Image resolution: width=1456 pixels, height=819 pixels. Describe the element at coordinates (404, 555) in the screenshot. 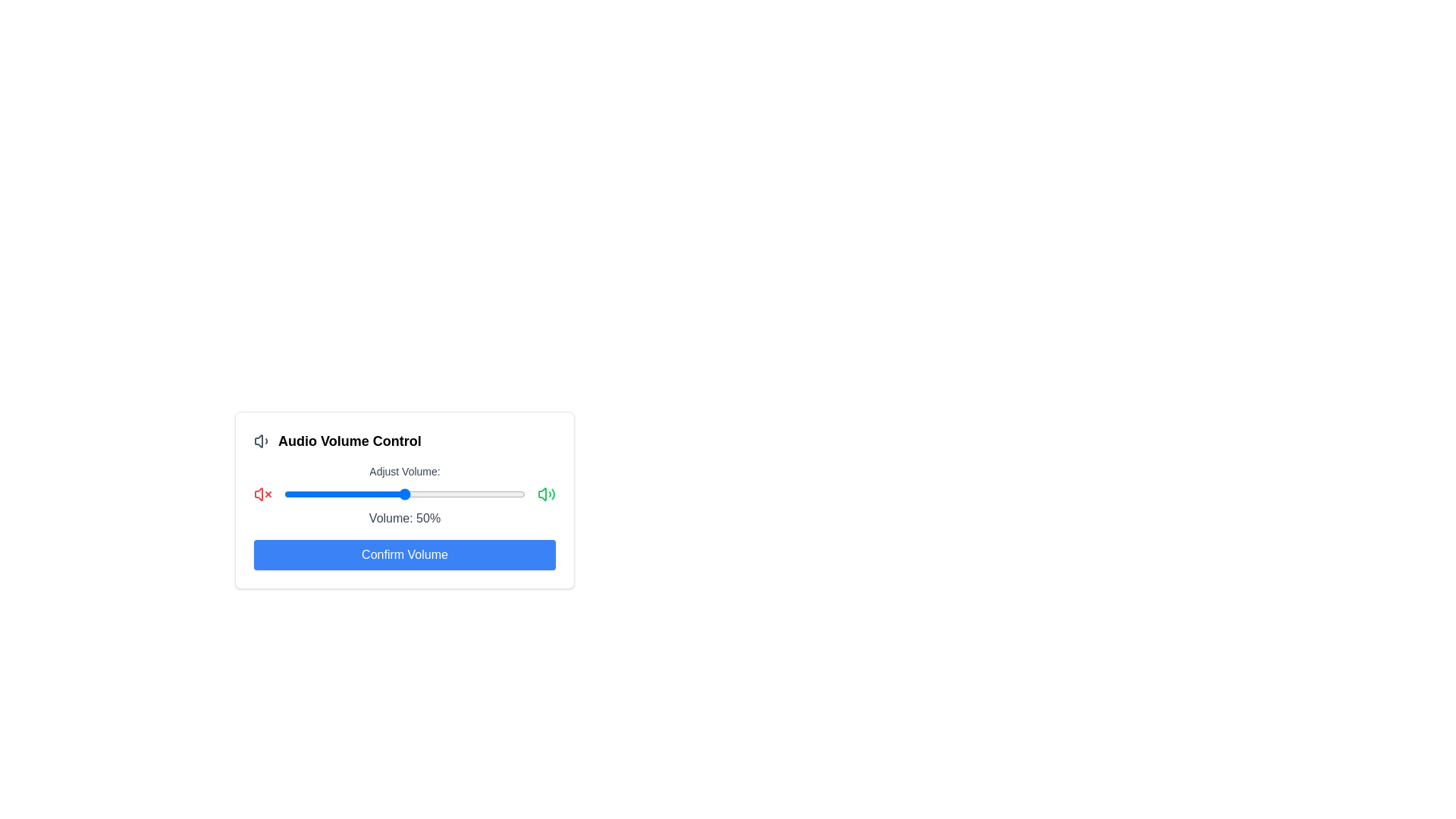

I see `the 'Confirm Volume' button to confirm the current volume setting` at that location.